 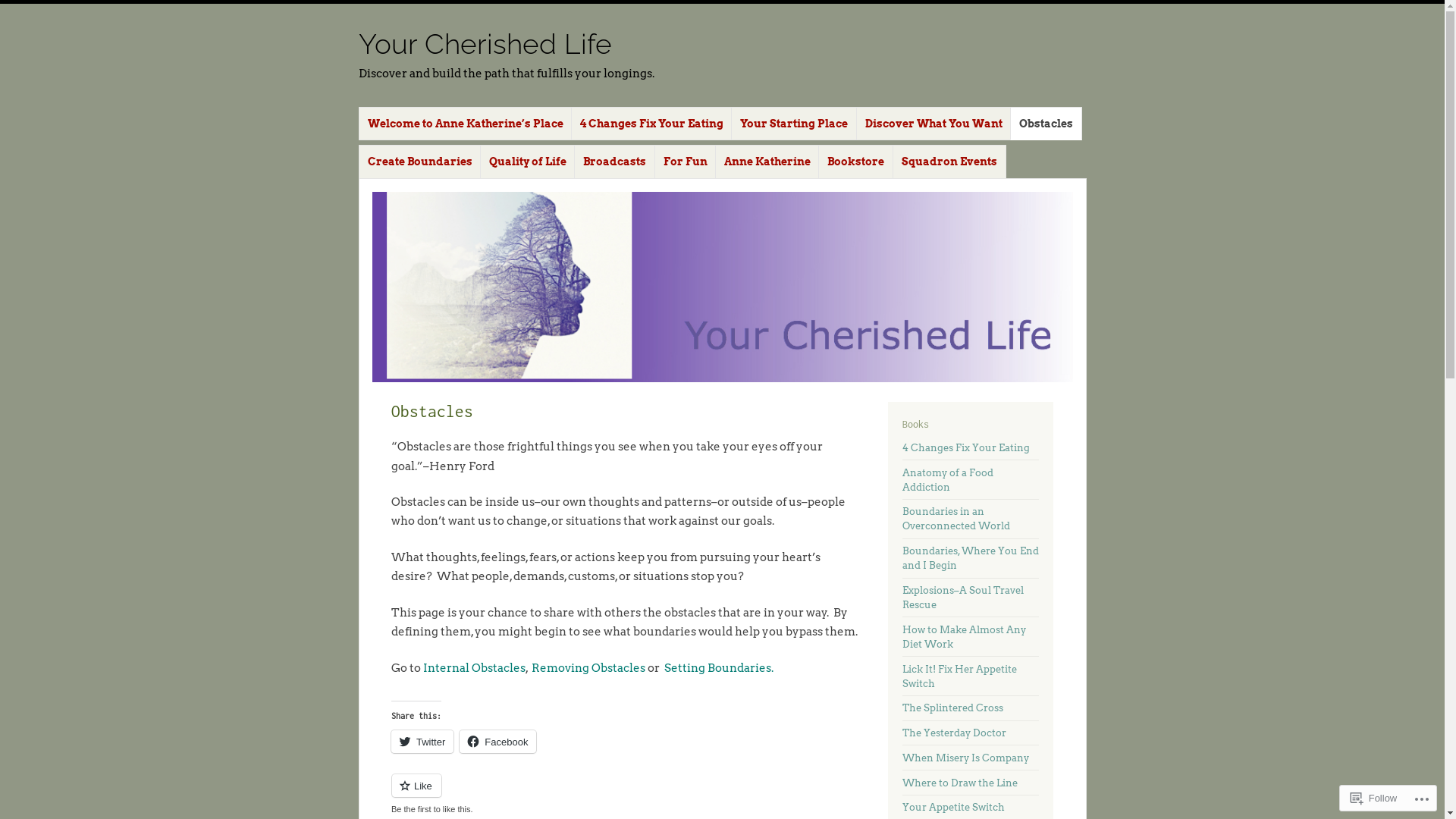 What do you see at coordinates (458, 741) in the screenshot?
I see `'Facebook'` at bounding box center [458, 741].